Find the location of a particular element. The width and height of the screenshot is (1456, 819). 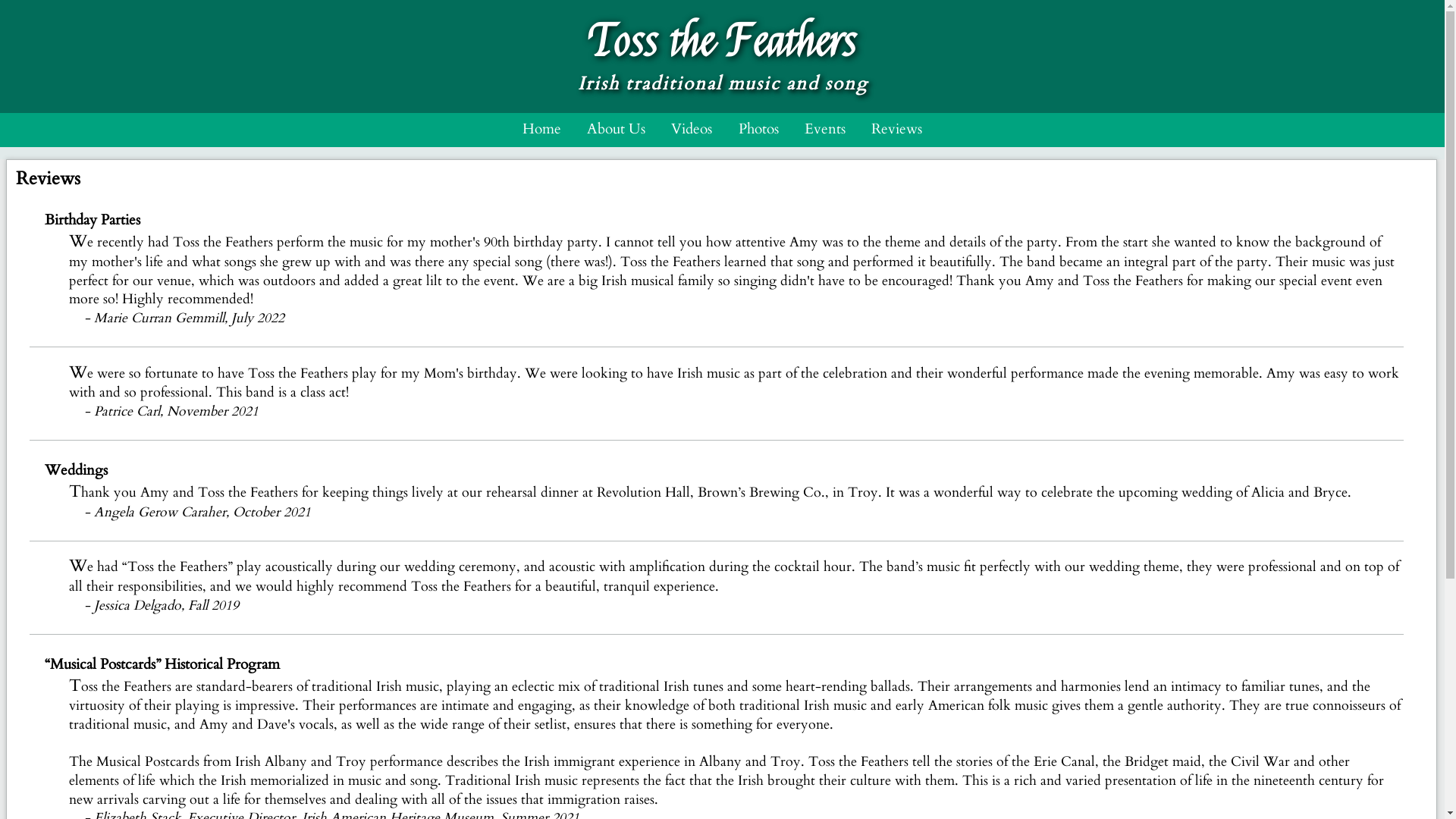

'Photos' is located at coordinates (739, 127).